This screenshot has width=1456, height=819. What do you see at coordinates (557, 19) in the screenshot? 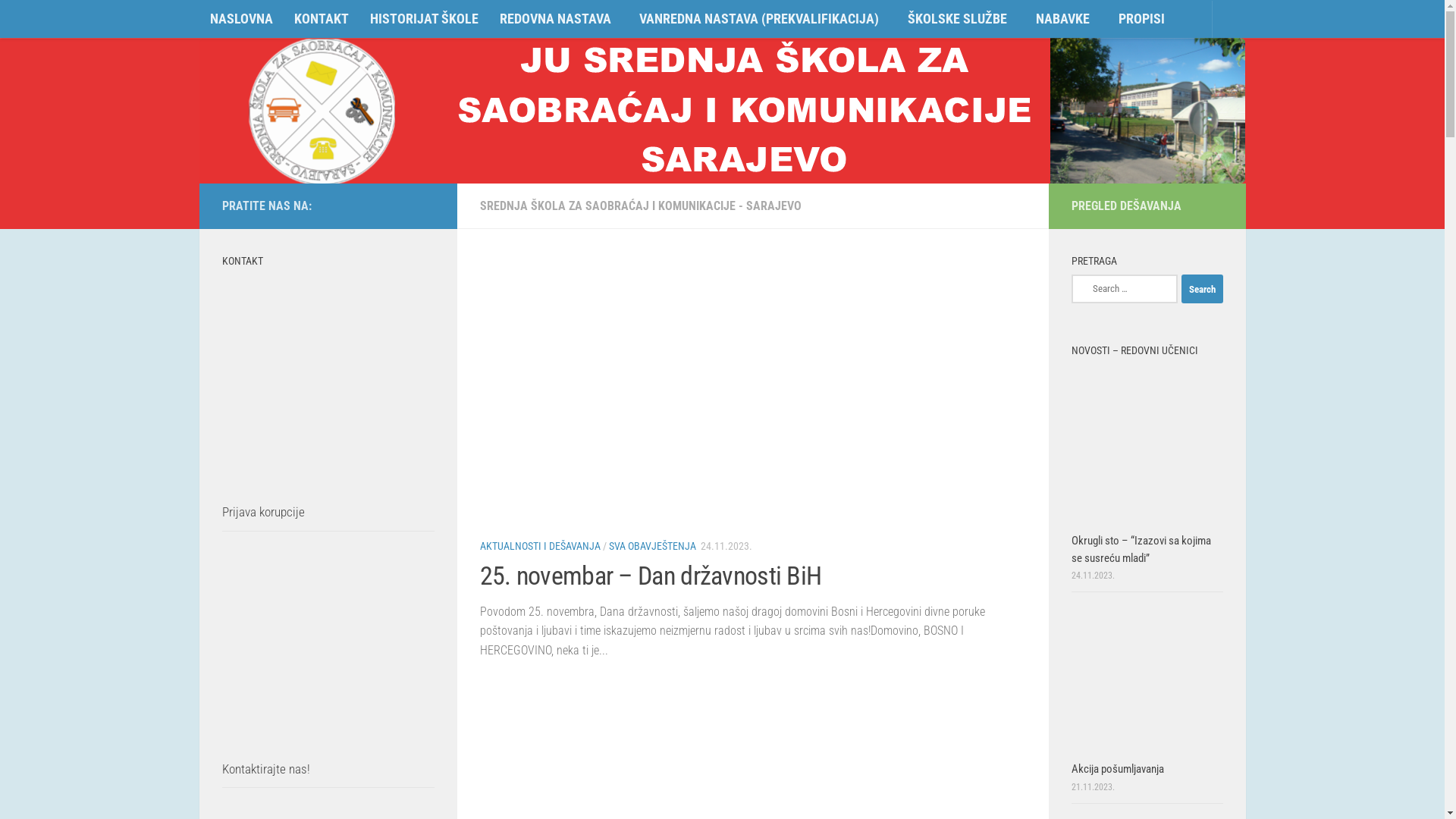
I see `'REDOVNA NASTAVA'` at bounding box center [557, 19].